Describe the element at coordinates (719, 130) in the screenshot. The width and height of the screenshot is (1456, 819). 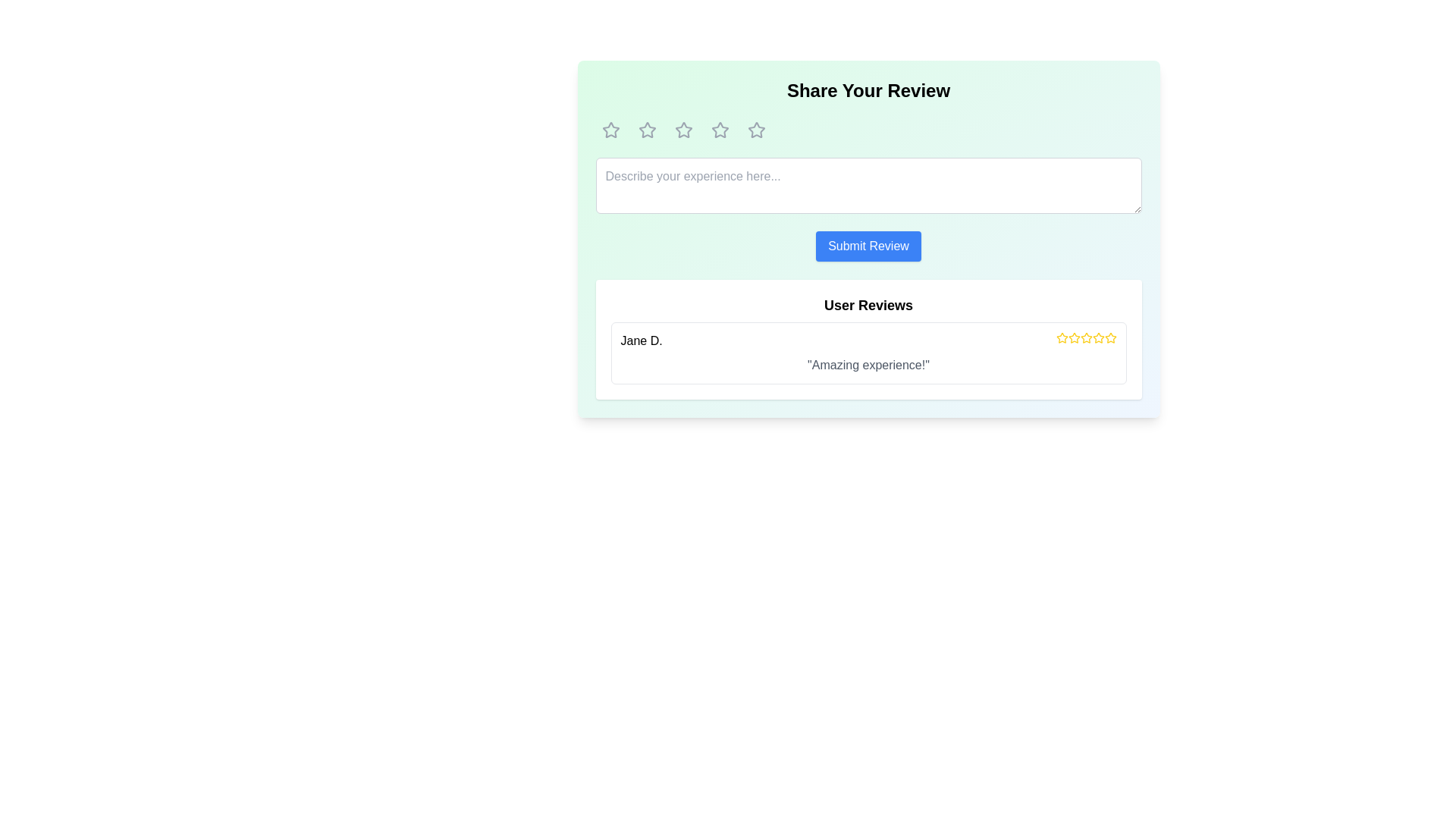
I see `the visual change of the fourth star-shaped icon in the rating system, which is part of the 'Share Your Review' section, upon interaction` at that location.